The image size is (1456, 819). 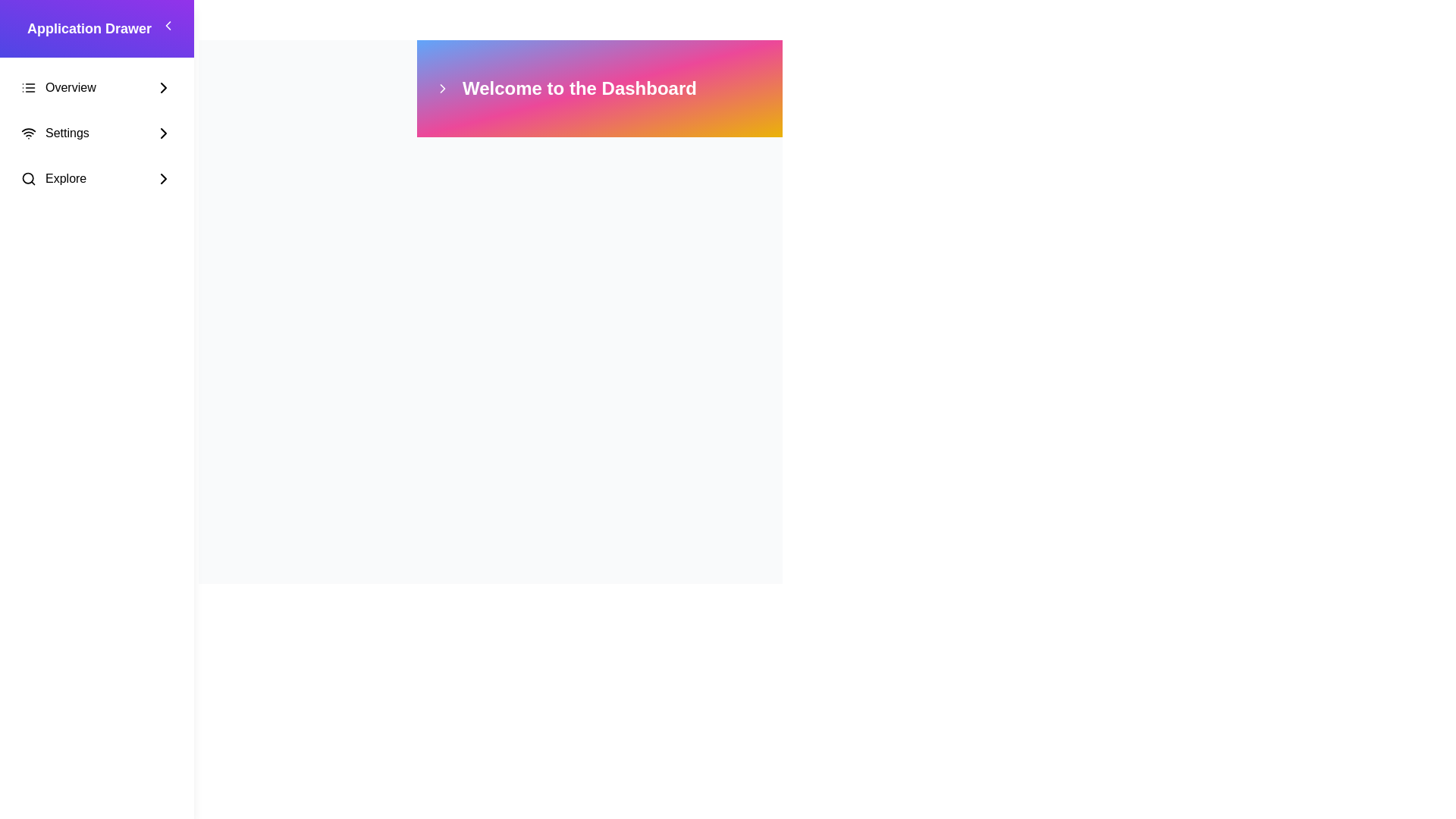 What do you see at coordinates (29, 129) in the screenshot?
I see `the second arc of the Wi-Fi icon located in the sidebar next to the 'Settings' label for selection` at bounding box center [29, 129].